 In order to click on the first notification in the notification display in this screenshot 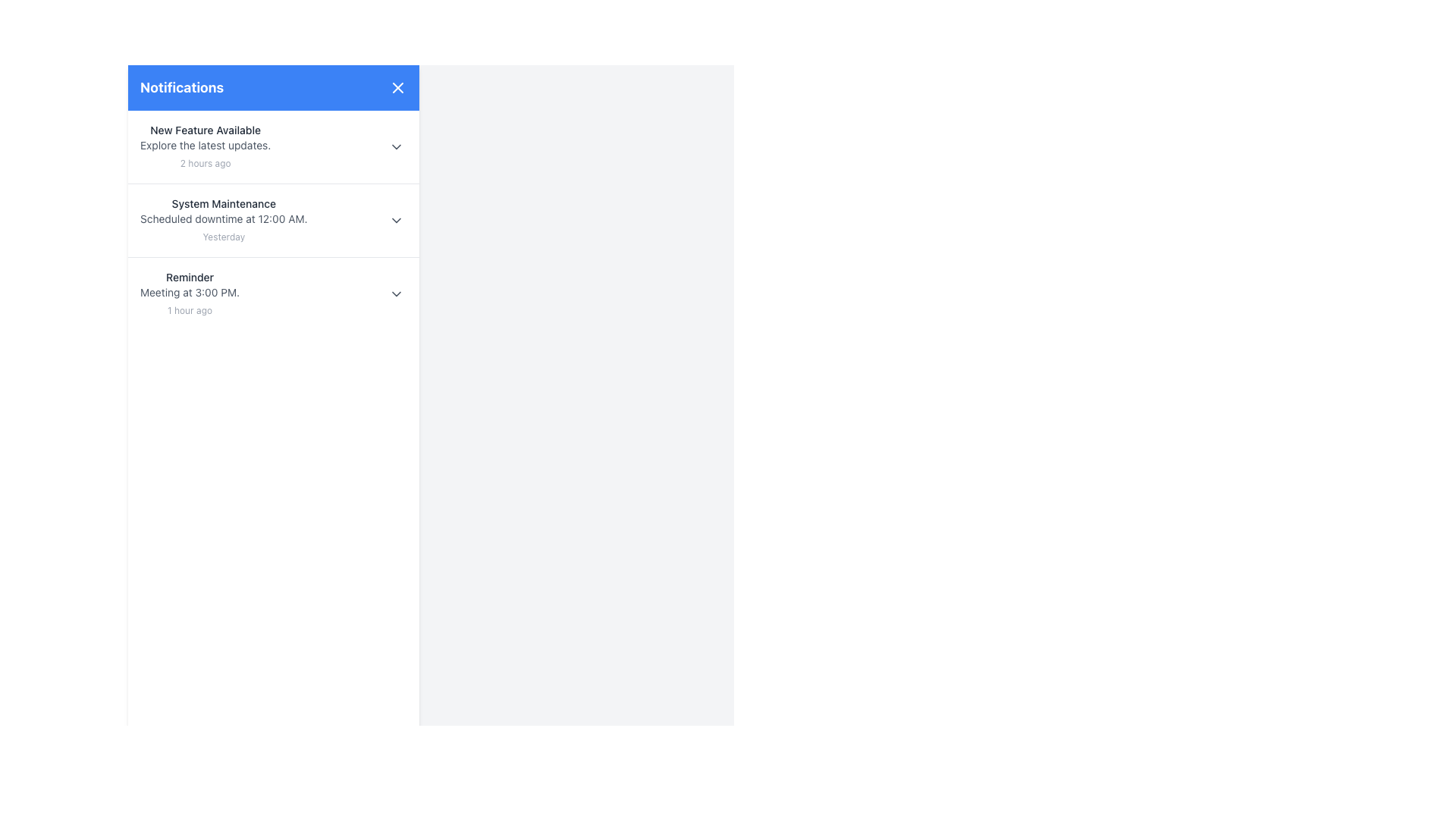, I will do `click(205, 146)`.